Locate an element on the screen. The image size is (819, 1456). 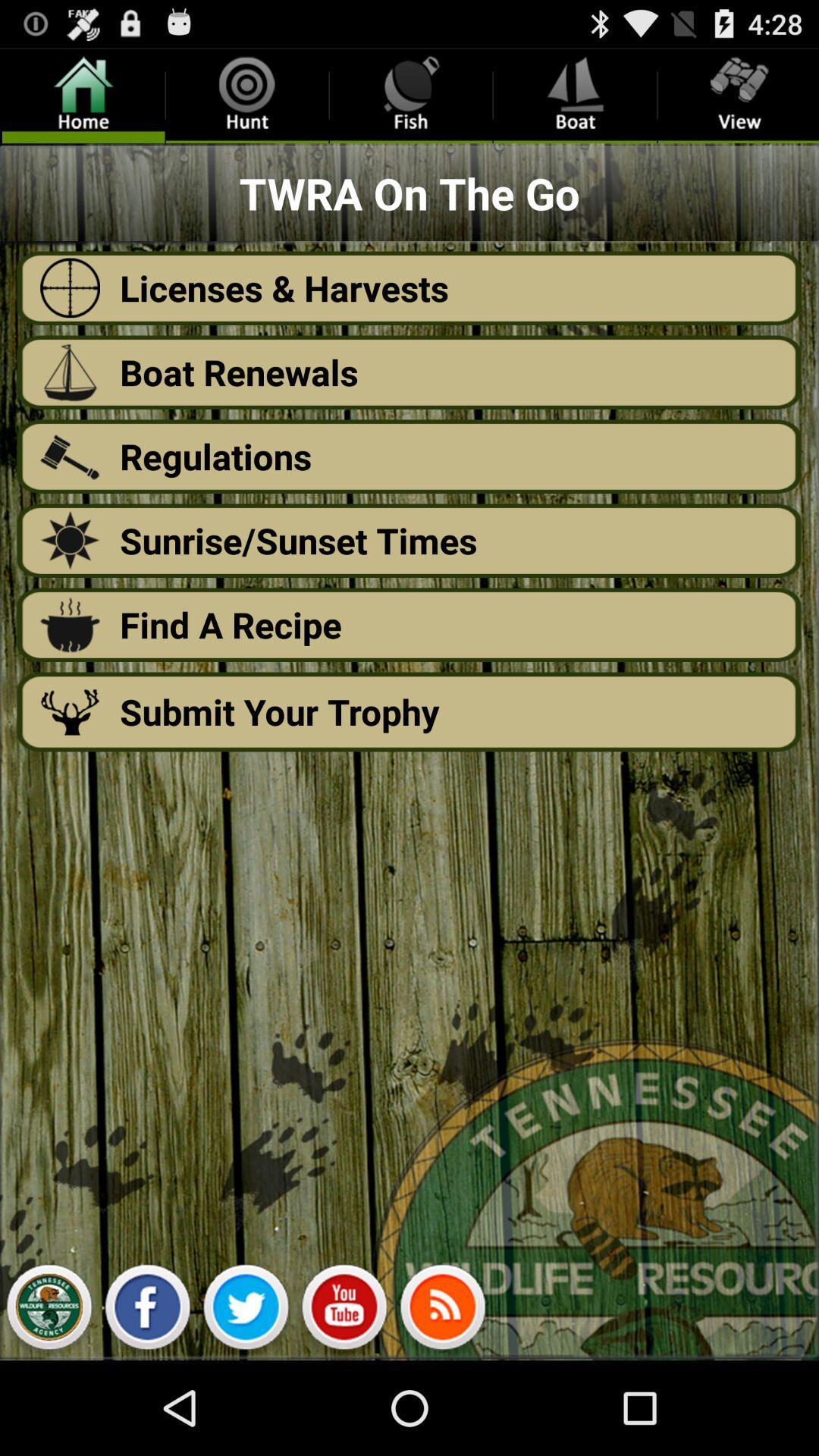
item below the submit your trophy is located at coordinates (147, 1310).